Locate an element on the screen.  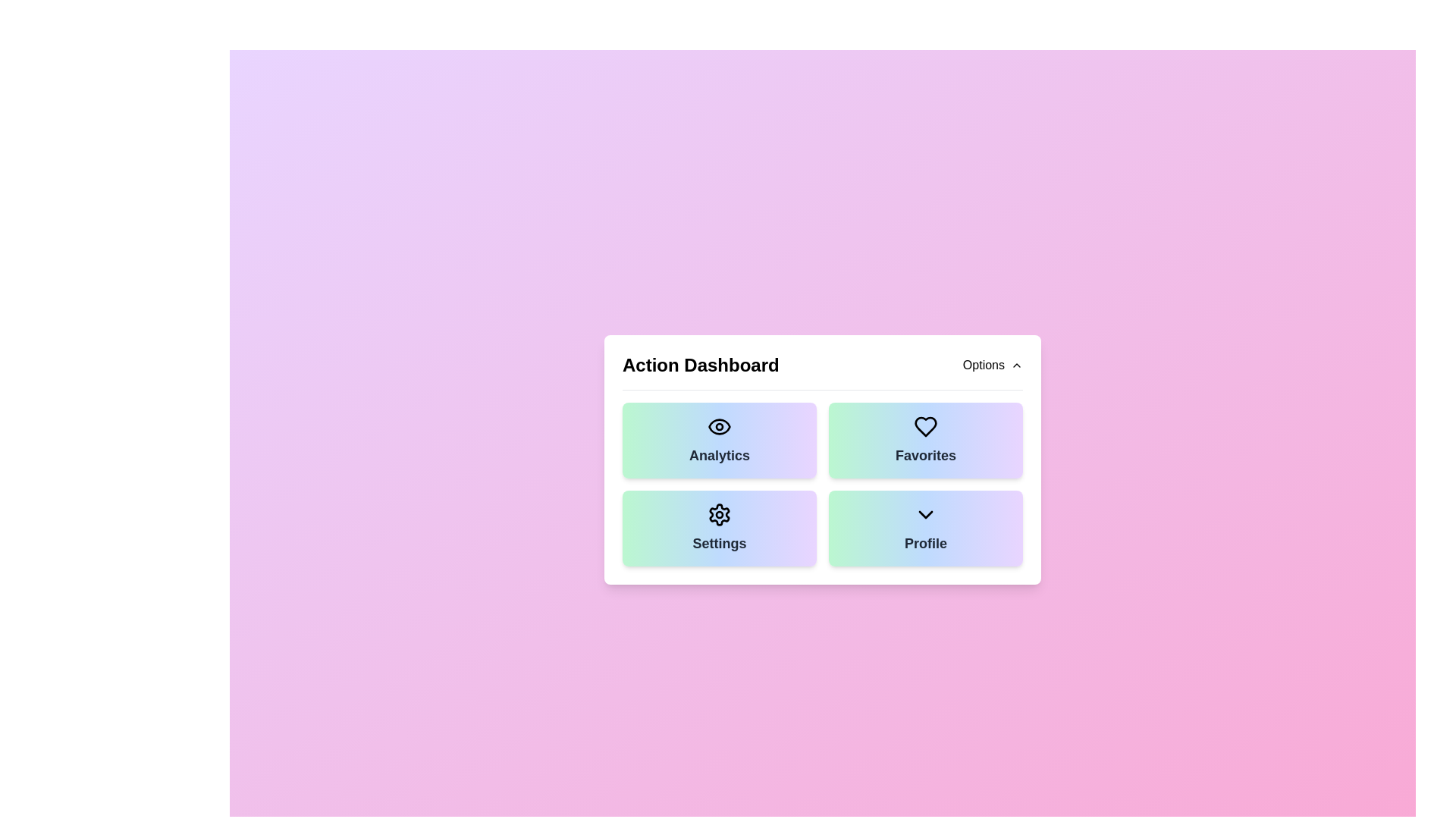
the 'Settings' text label located within the card in the bottom-left quadrant of the grid interface is located at coordinates (719, 542).